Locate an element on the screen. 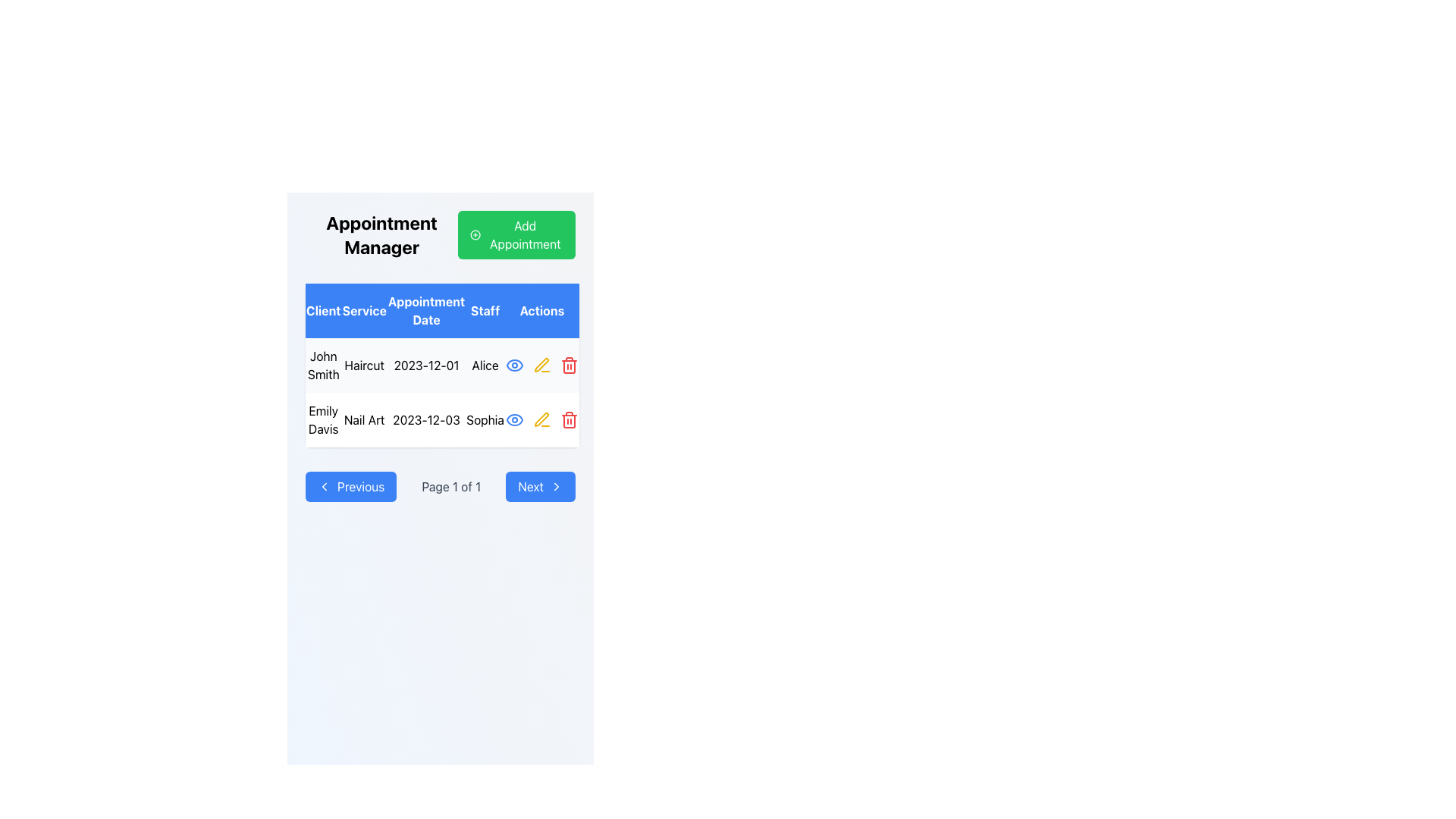 The image size is (1456, 819). the text label displaying 'Haircut' in black font, located in the 'Service' column of the first row in a table layout, between 'John Smith' and '2023-12-01' is located at coordinates (364, 366).